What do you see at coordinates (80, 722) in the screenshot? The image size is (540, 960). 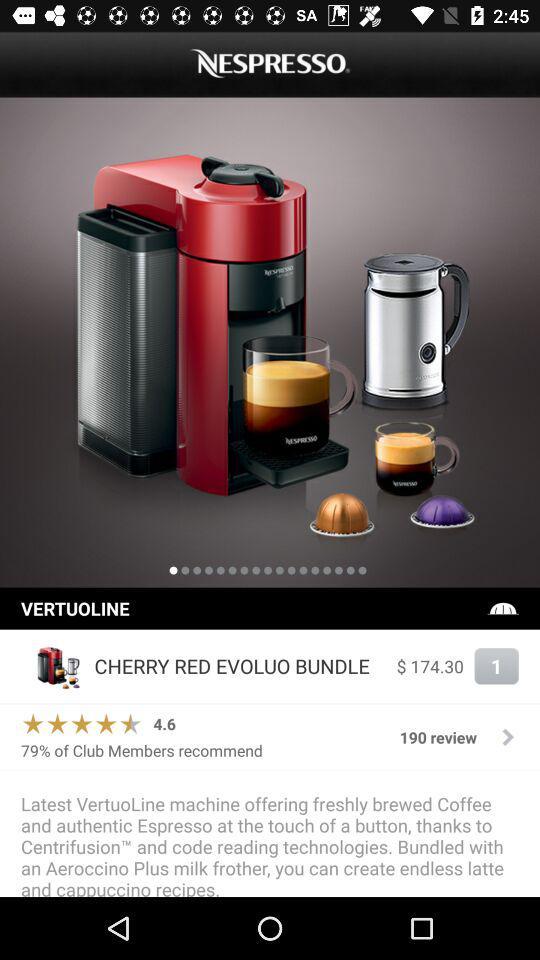 I see `the icon above 79 of club` at bounding box center [80, 722].